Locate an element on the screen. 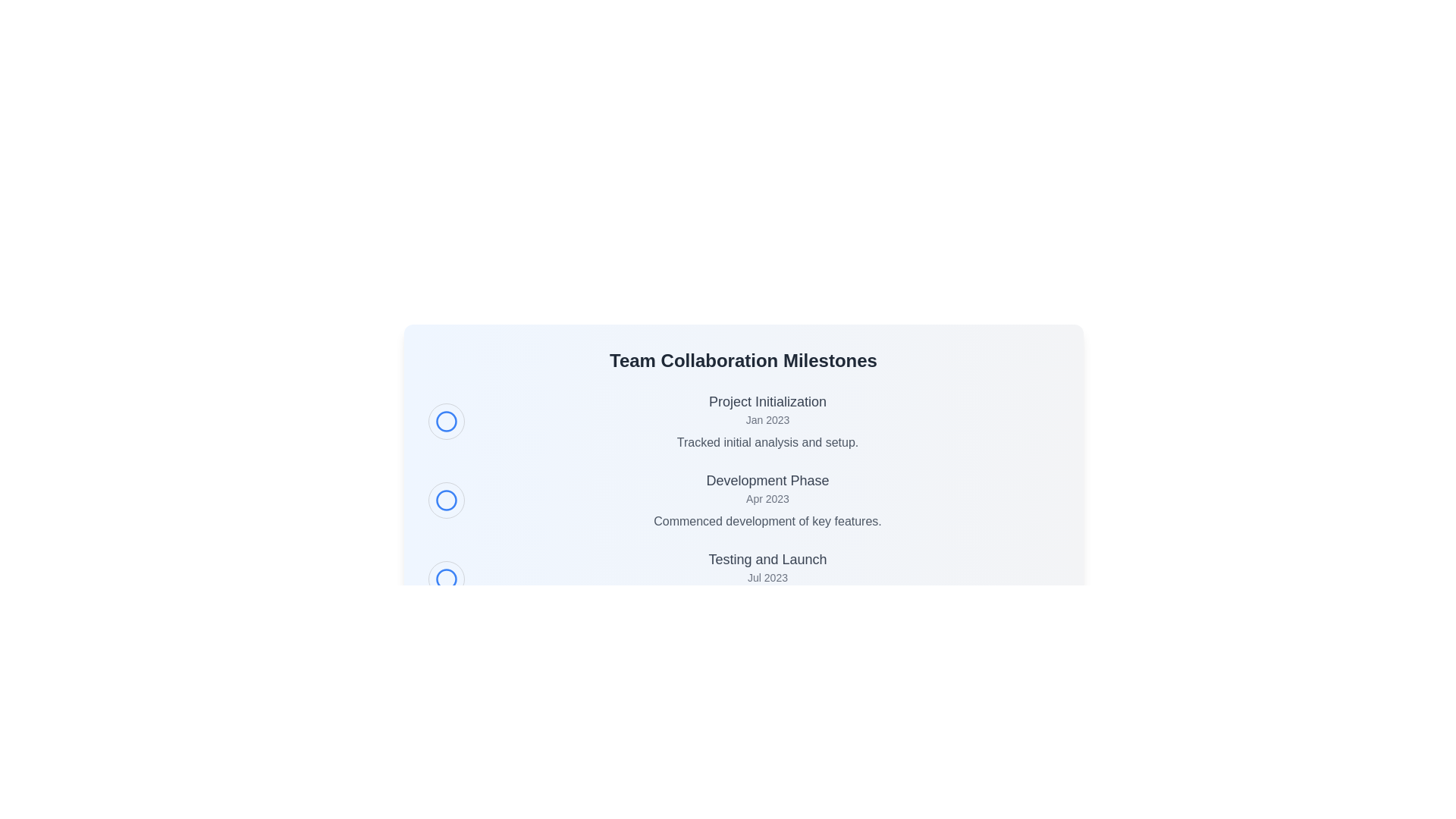 Image resolution: width=1456 pixels, height=819 pixels. the text label displaying 'Jan 2023' is located at coordinates (767, 420).